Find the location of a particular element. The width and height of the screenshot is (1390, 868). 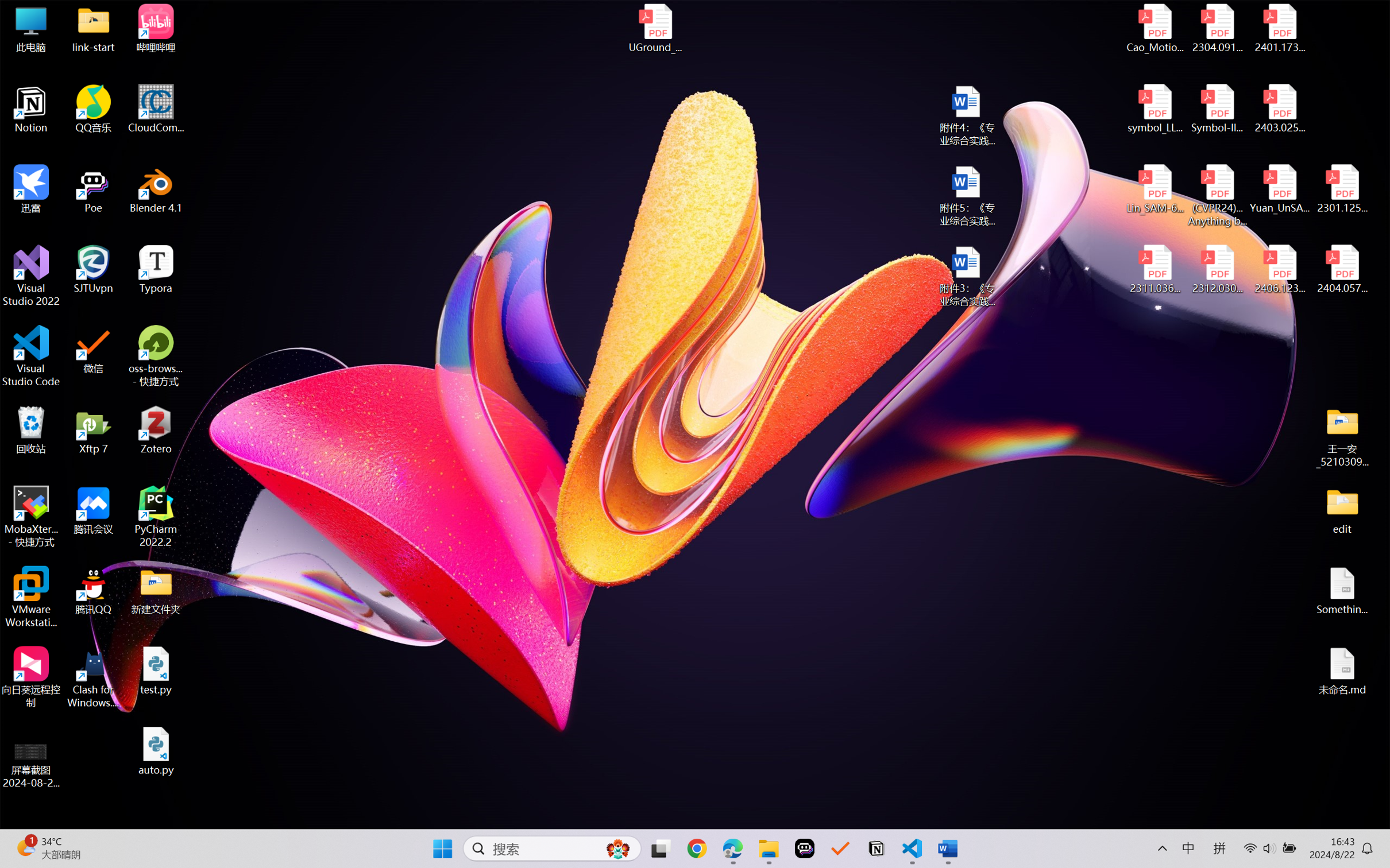

'2301.12597v3.pdf' is located at coordinates (1341, 188).